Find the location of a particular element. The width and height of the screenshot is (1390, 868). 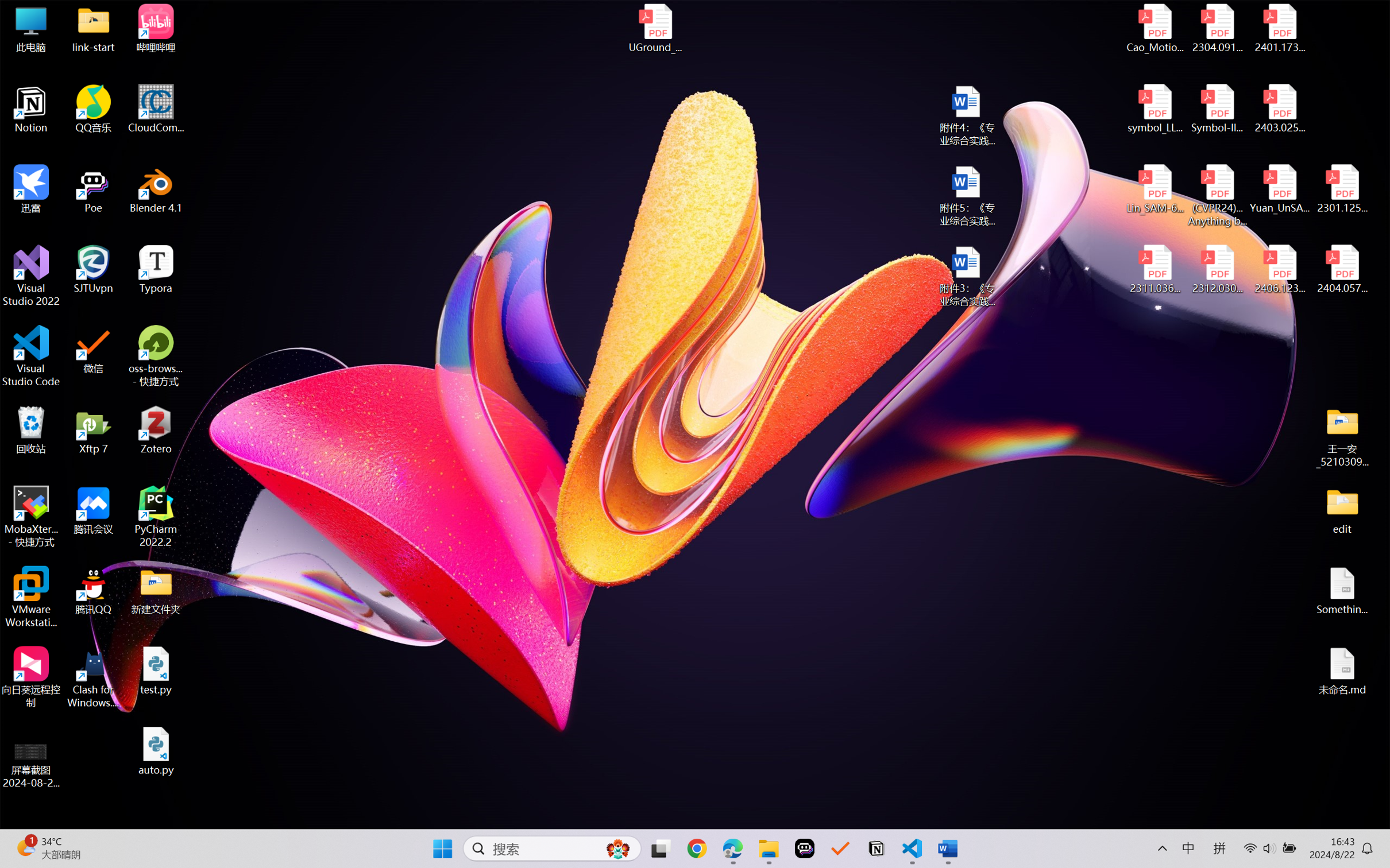

'2301.12597v3.pdf' is located at coordinates (1341, 188).